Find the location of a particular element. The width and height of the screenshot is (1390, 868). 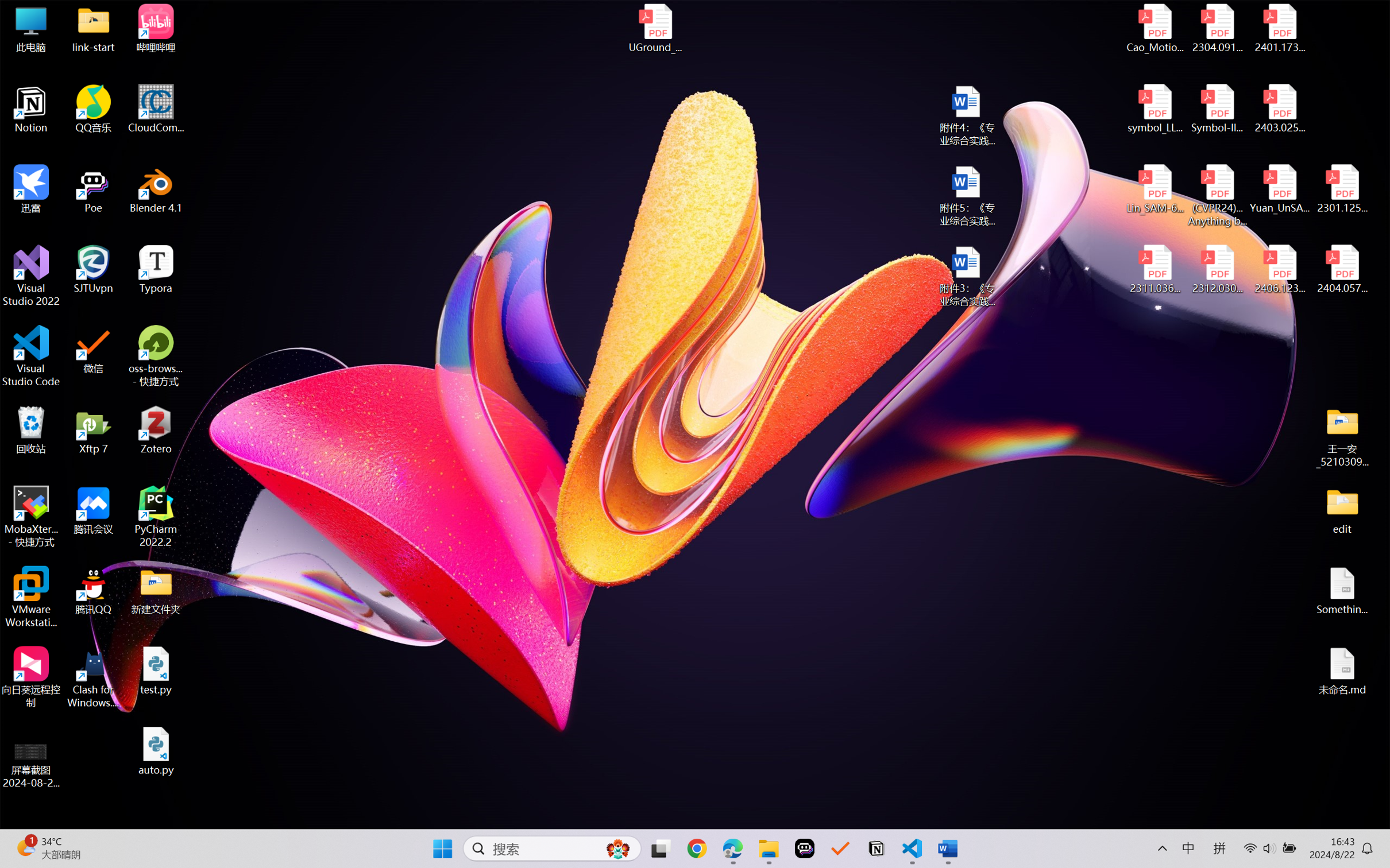

'2301.12597v3.pdf' is located at coordinates (1341, 188).